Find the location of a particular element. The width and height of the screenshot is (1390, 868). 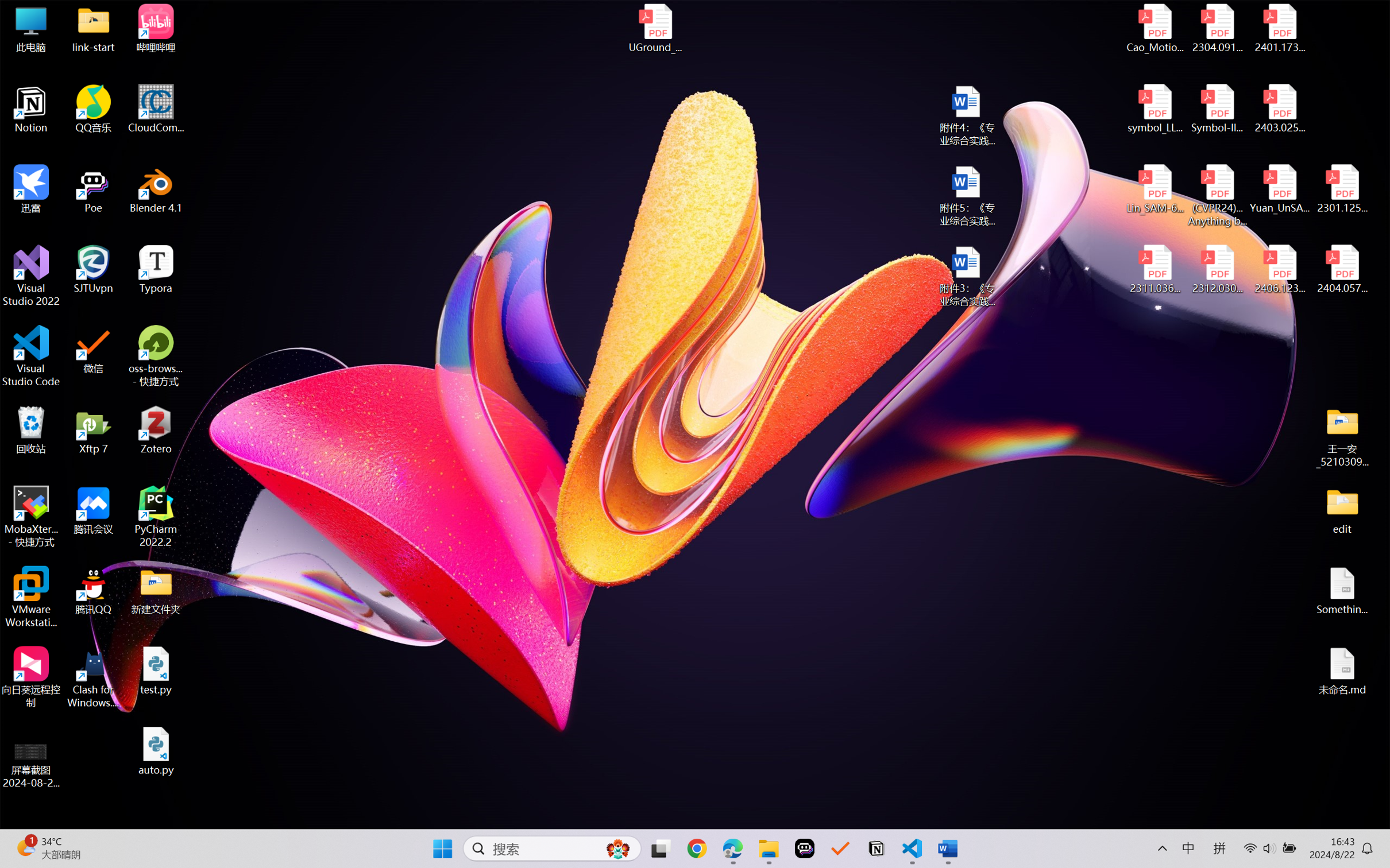

'2301.12597v3.pdf' is located at coordinates (1341, 188).